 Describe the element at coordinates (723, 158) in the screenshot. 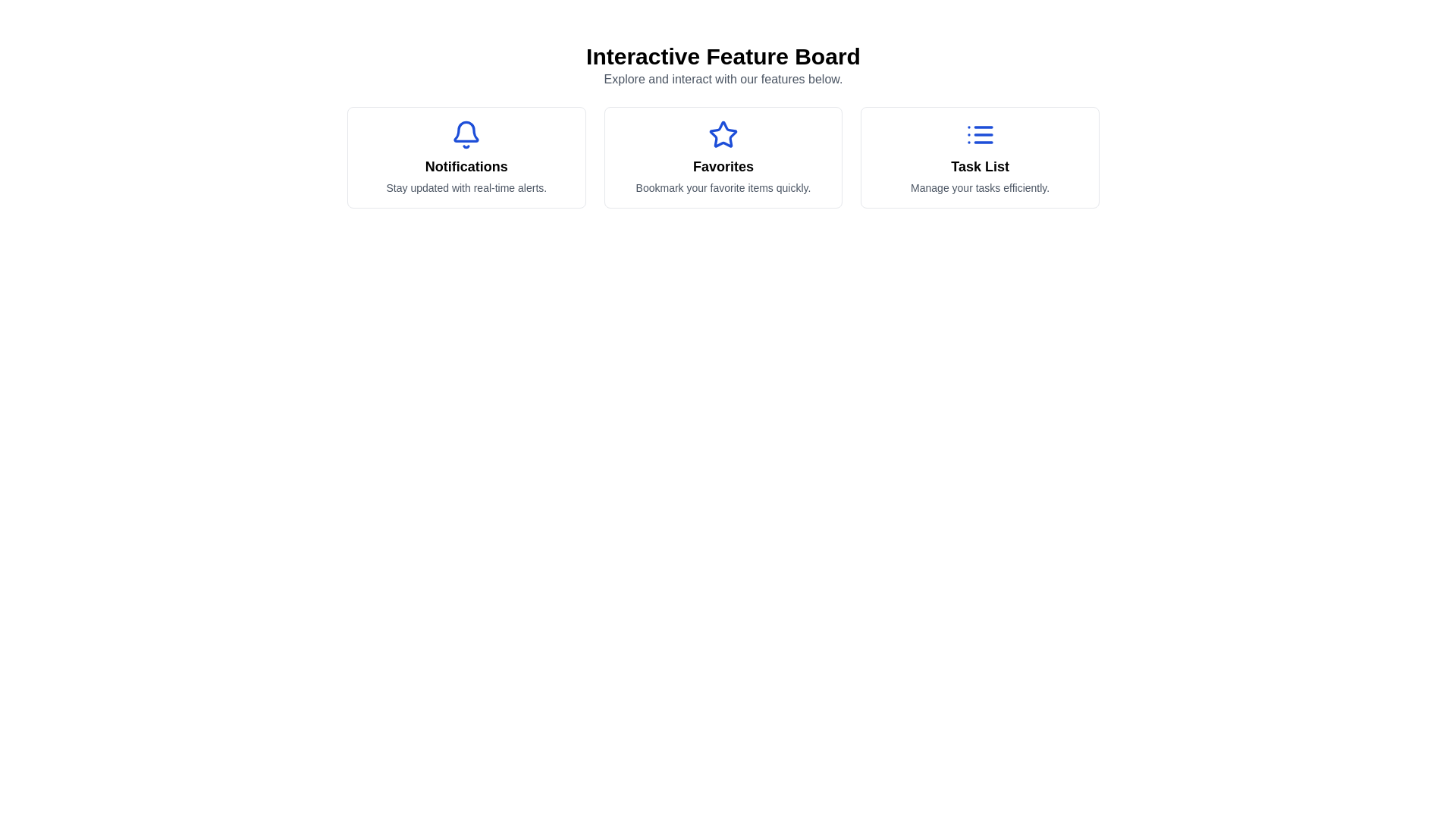

I see `the Feature card, which is the second item in a row of three similar cards in a grid layout` at that location.